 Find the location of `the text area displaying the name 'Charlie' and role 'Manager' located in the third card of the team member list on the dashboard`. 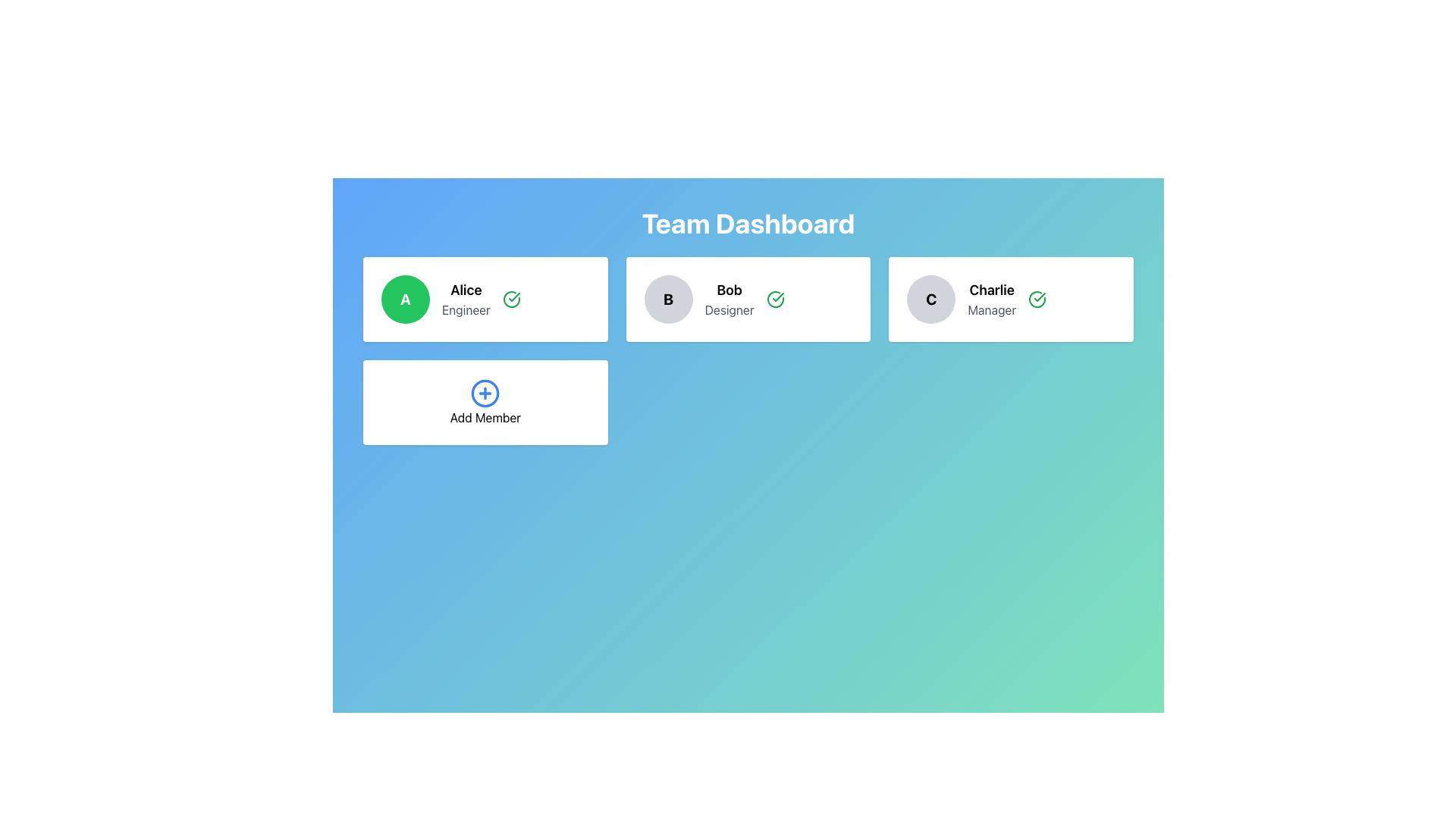

the text area displaying the name 'Charlie' and role 'Manager' located in the third card of the team member list on the dashboard is located at coordinates (992, 299).